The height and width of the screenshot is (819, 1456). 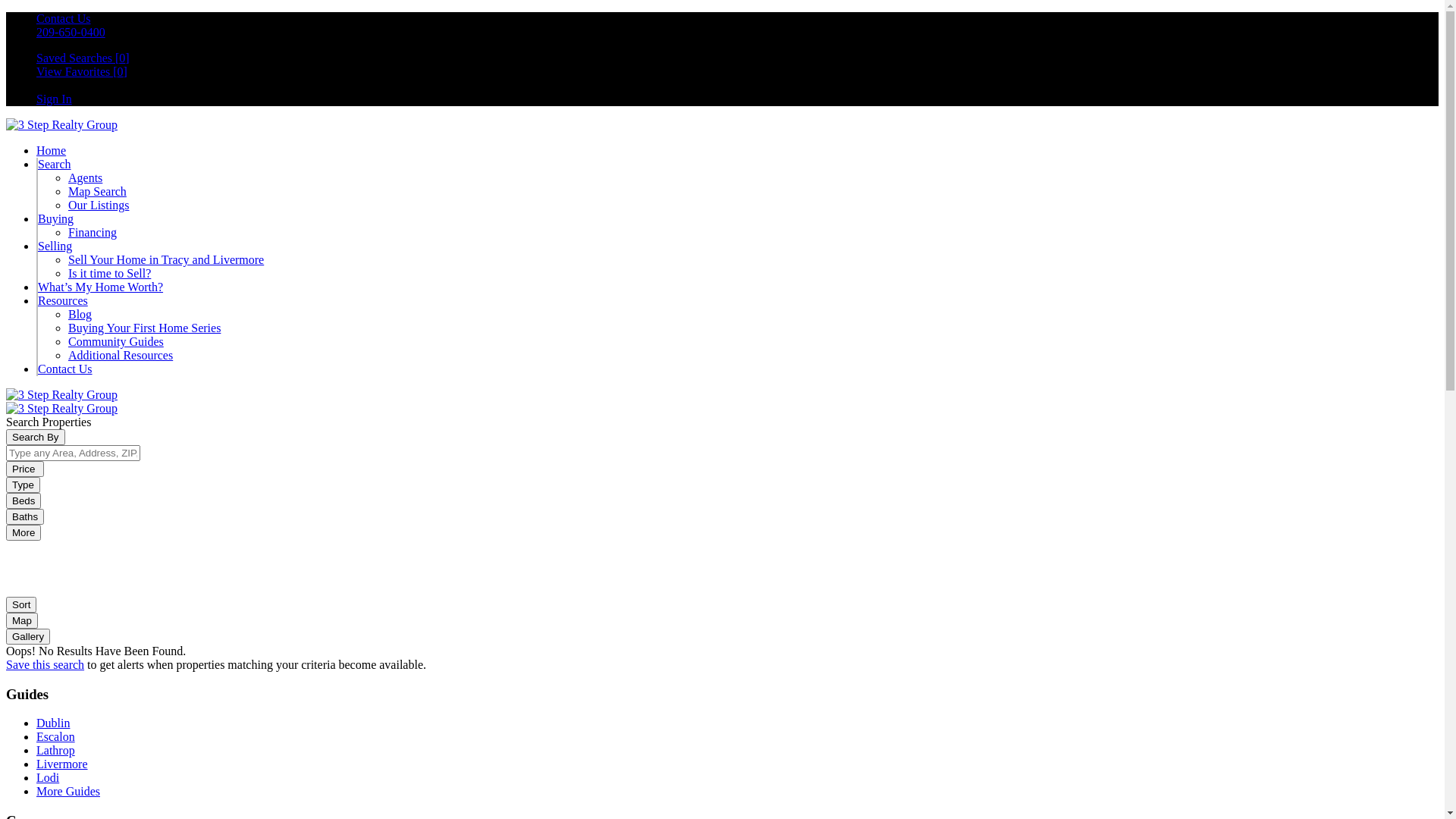 I want to click on '209-650-0400', so click(x=36, y=32).